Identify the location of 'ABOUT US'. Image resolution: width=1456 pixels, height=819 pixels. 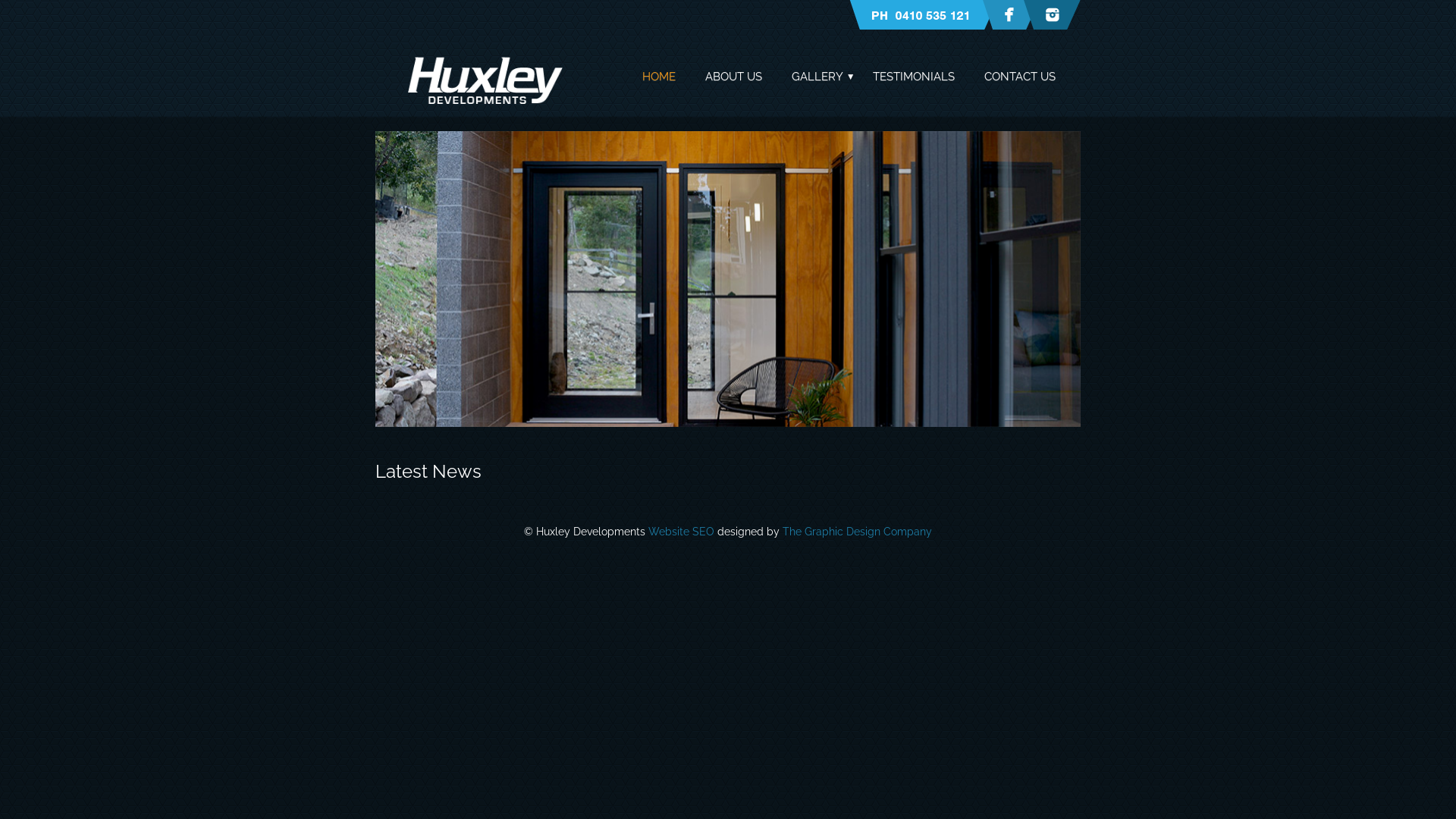
(733, 77).